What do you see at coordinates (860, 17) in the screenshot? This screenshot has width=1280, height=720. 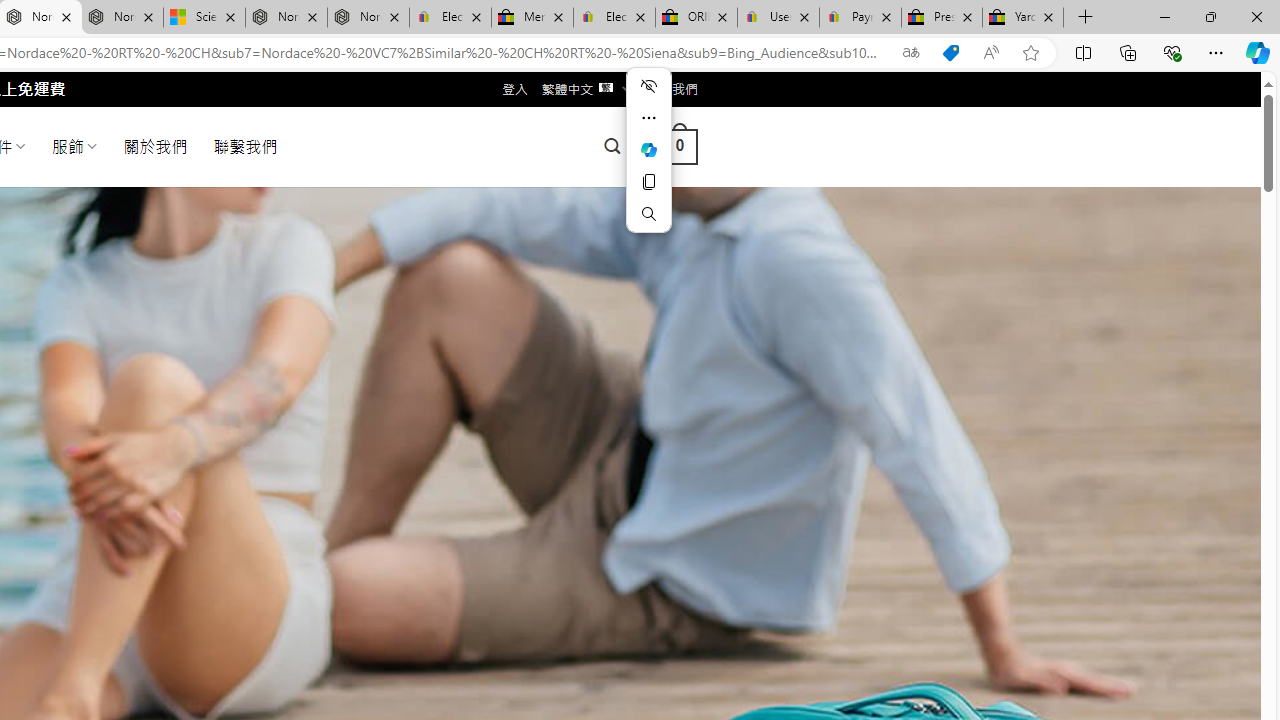 I see `'Payments Terms of Use | eBay.com'` at bounding box center [860, 17].